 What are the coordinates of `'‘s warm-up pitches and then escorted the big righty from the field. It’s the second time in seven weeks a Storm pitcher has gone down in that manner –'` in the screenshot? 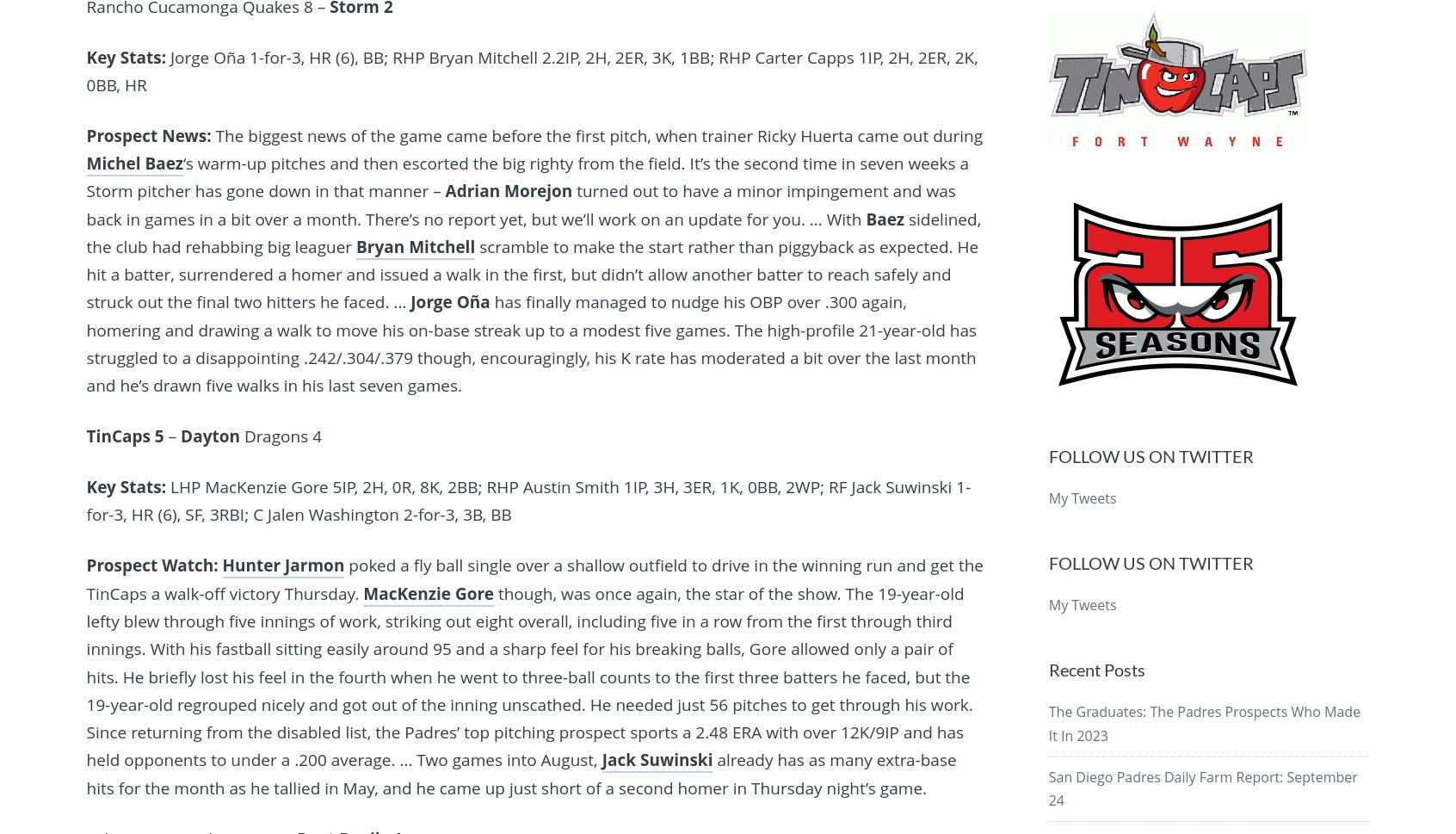 It's located at (85, 177).